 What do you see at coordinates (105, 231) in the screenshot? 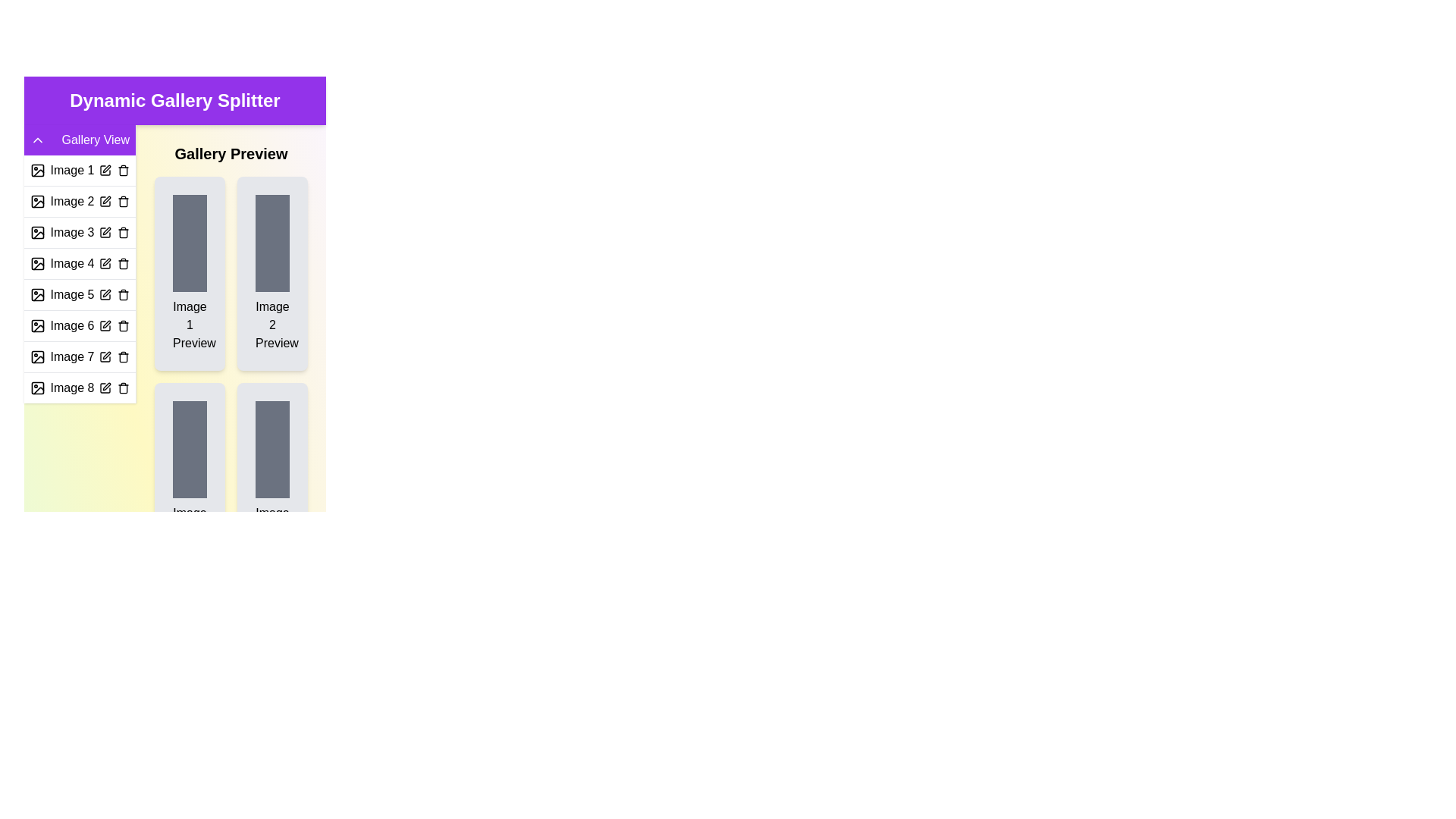
I see `the small pen icon that symbolizes an edit action located to the right of the text 'Image 3'` at bounding box center [105, 231].